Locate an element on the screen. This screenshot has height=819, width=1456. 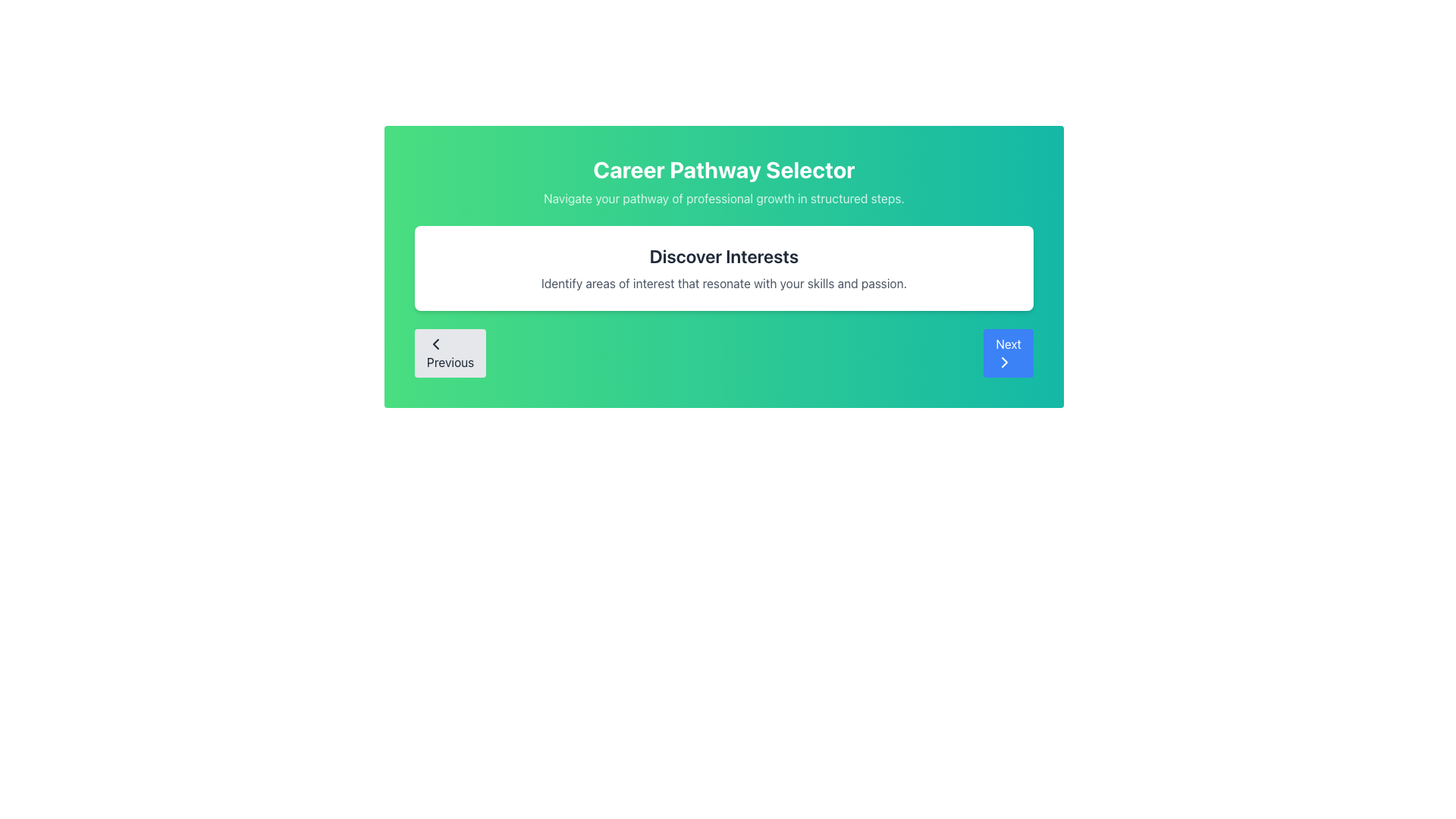
the left-facing arrow icon inside the gray button labeled 'Previous' is located at coordinates (435, 344).